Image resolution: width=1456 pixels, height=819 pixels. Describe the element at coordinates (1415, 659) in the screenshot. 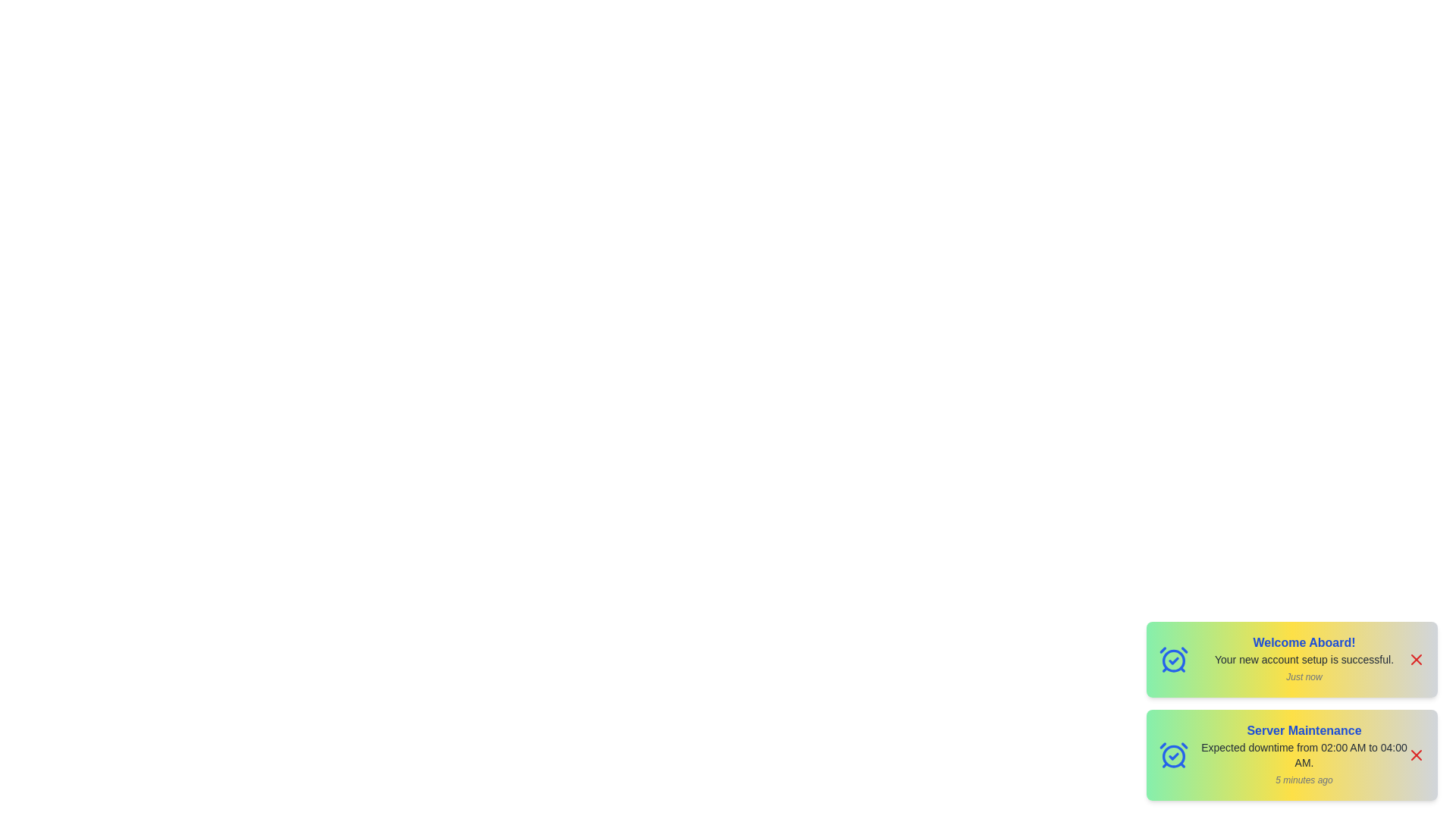

I see `the close button of the notification to dismiss it` at that location.